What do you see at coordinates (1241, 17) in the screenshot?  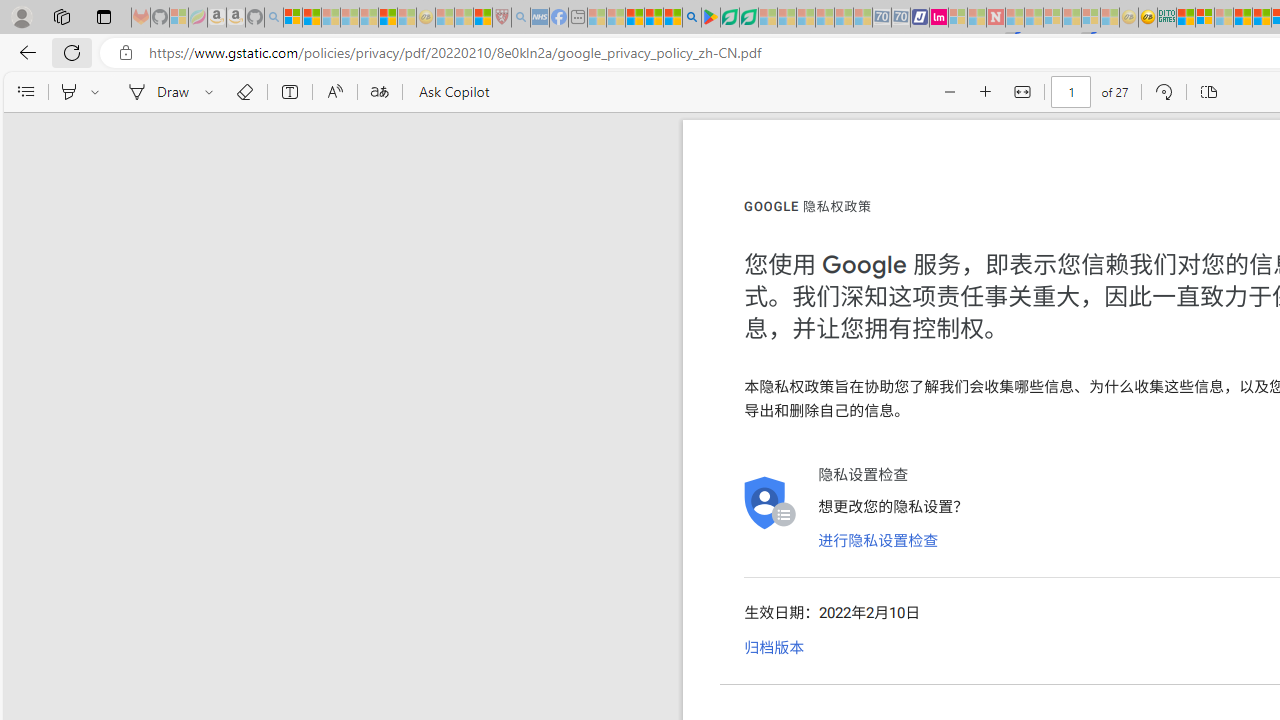 I see `'Expert Portfolios'` at bounding box center [1241, 17].